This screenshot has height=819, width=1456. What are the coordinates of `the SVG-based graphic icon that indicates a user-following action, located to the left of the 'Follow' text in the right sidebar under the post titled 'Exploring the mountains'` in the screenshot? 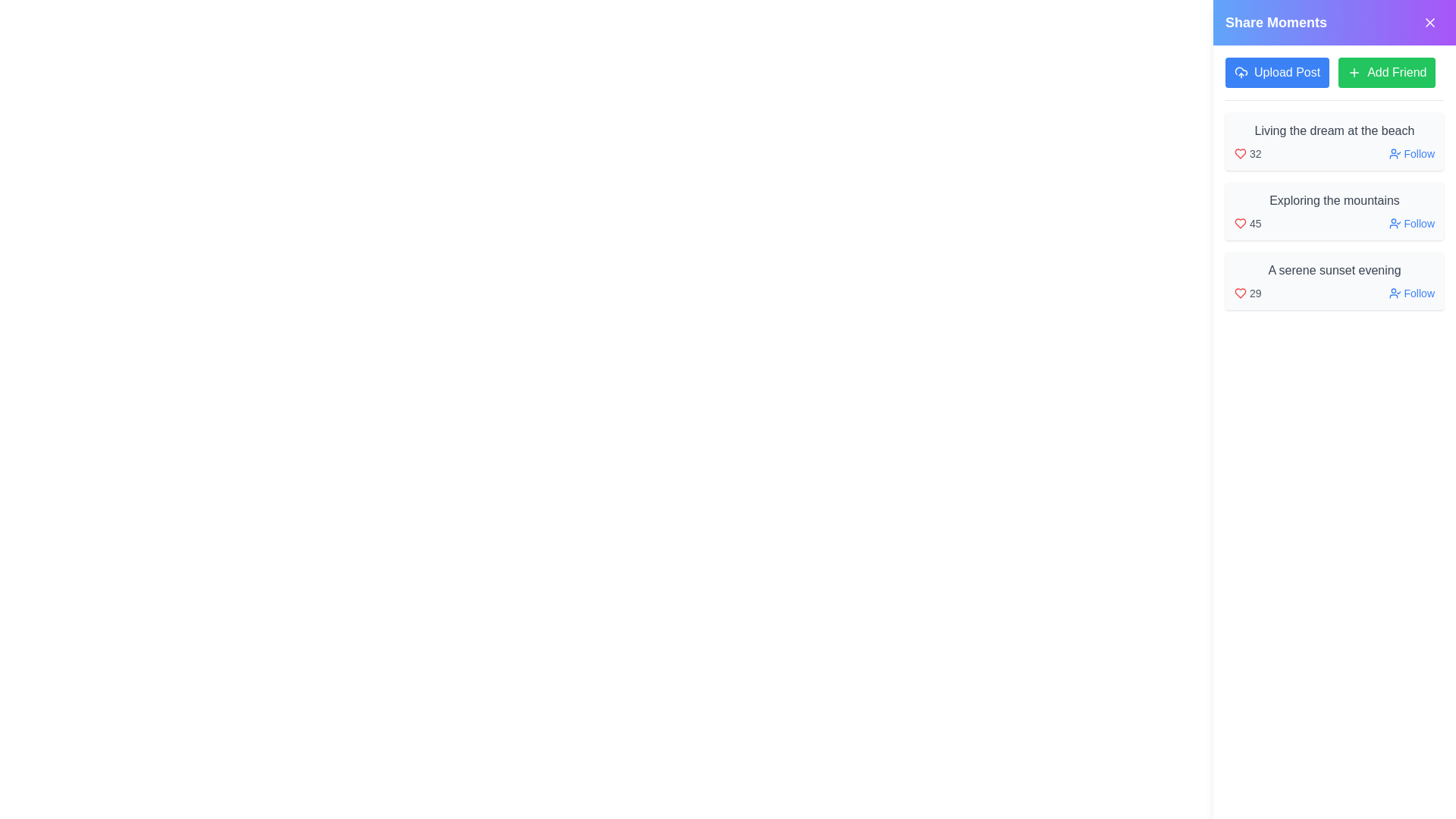 It's located at (1395, 223).